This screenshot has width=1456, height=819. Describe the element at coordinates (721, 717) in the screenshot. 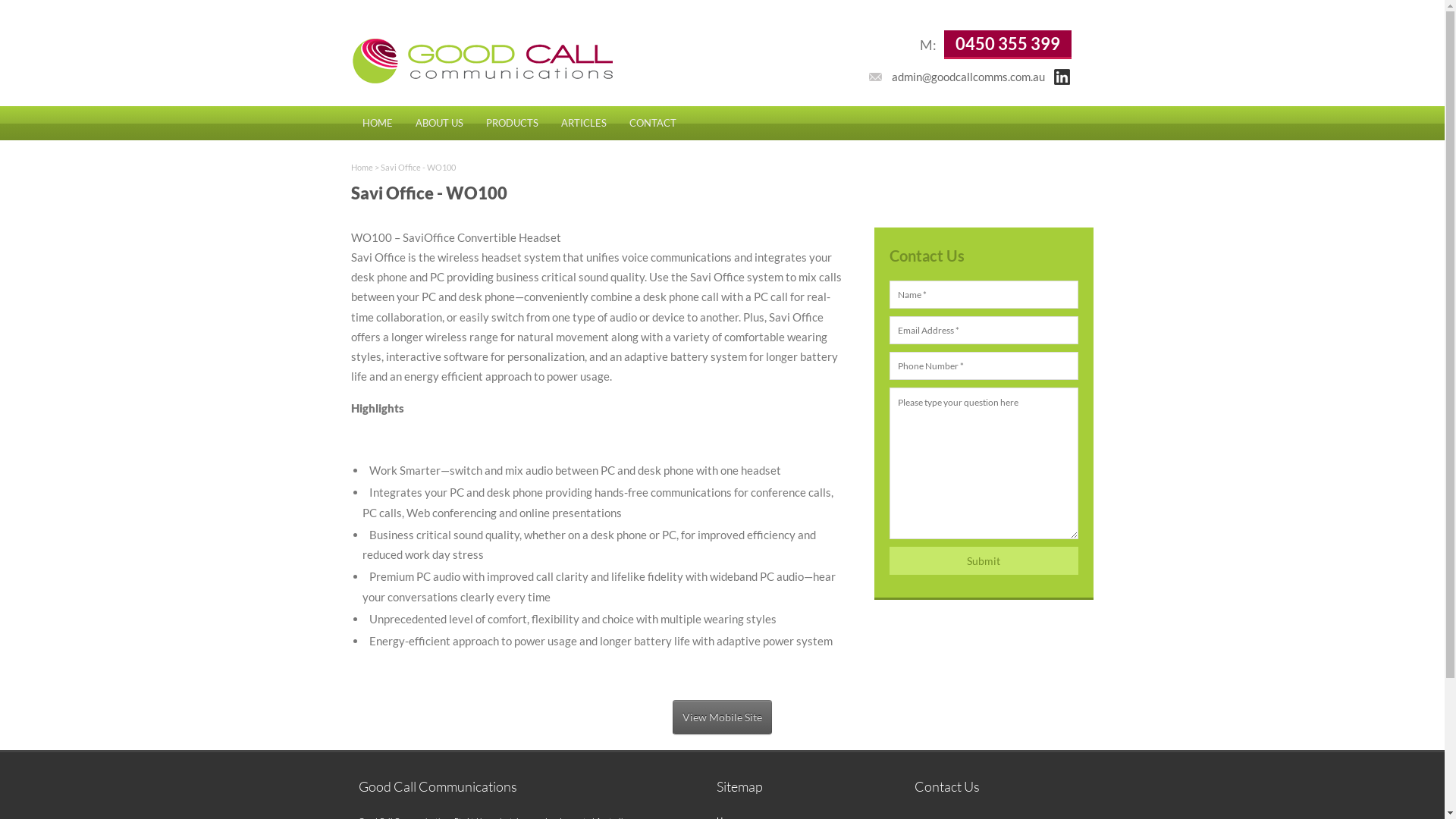

I see `'View Mobile Site'` at that location.